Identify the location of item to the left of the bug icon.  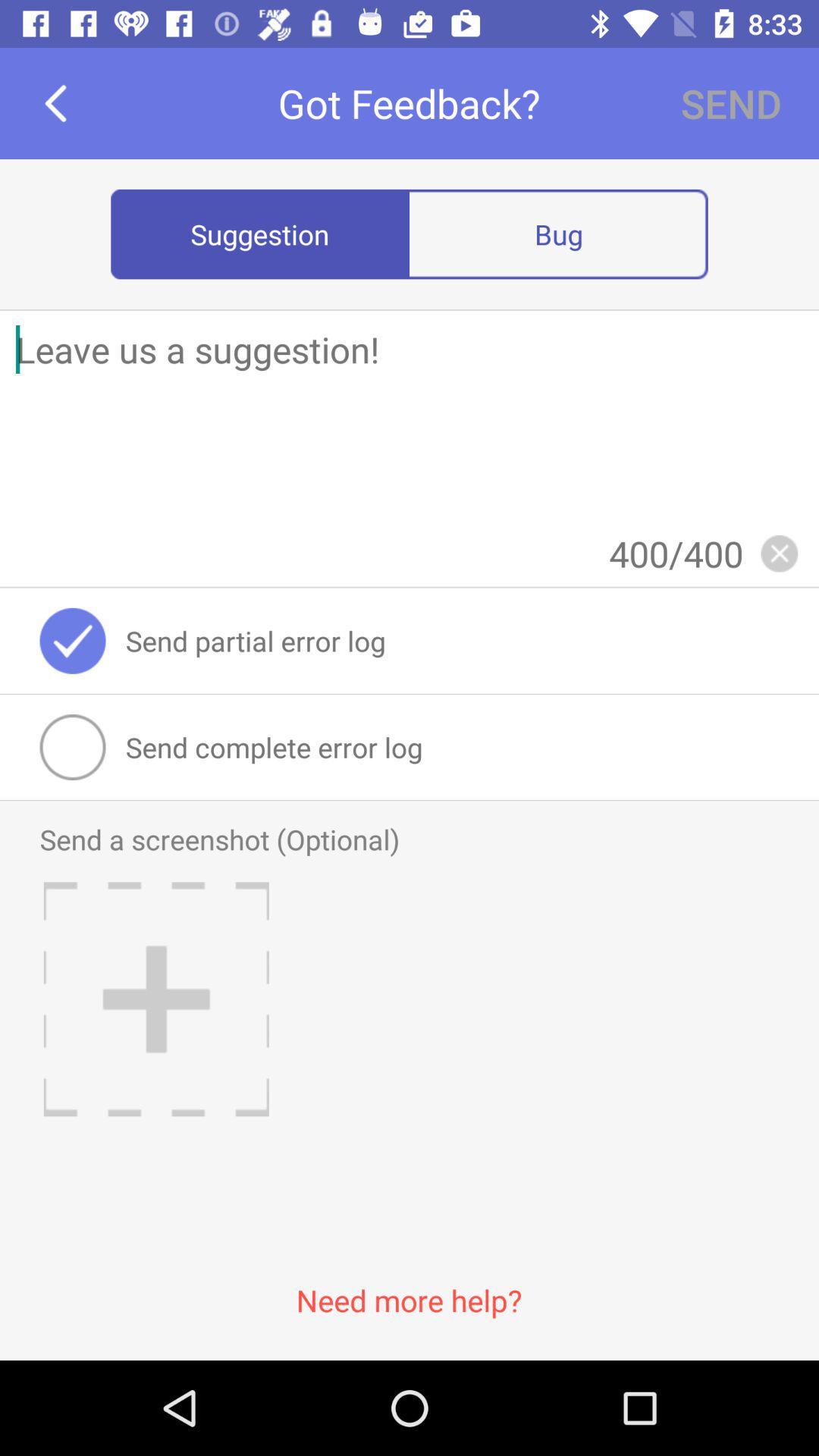
(259, 233).